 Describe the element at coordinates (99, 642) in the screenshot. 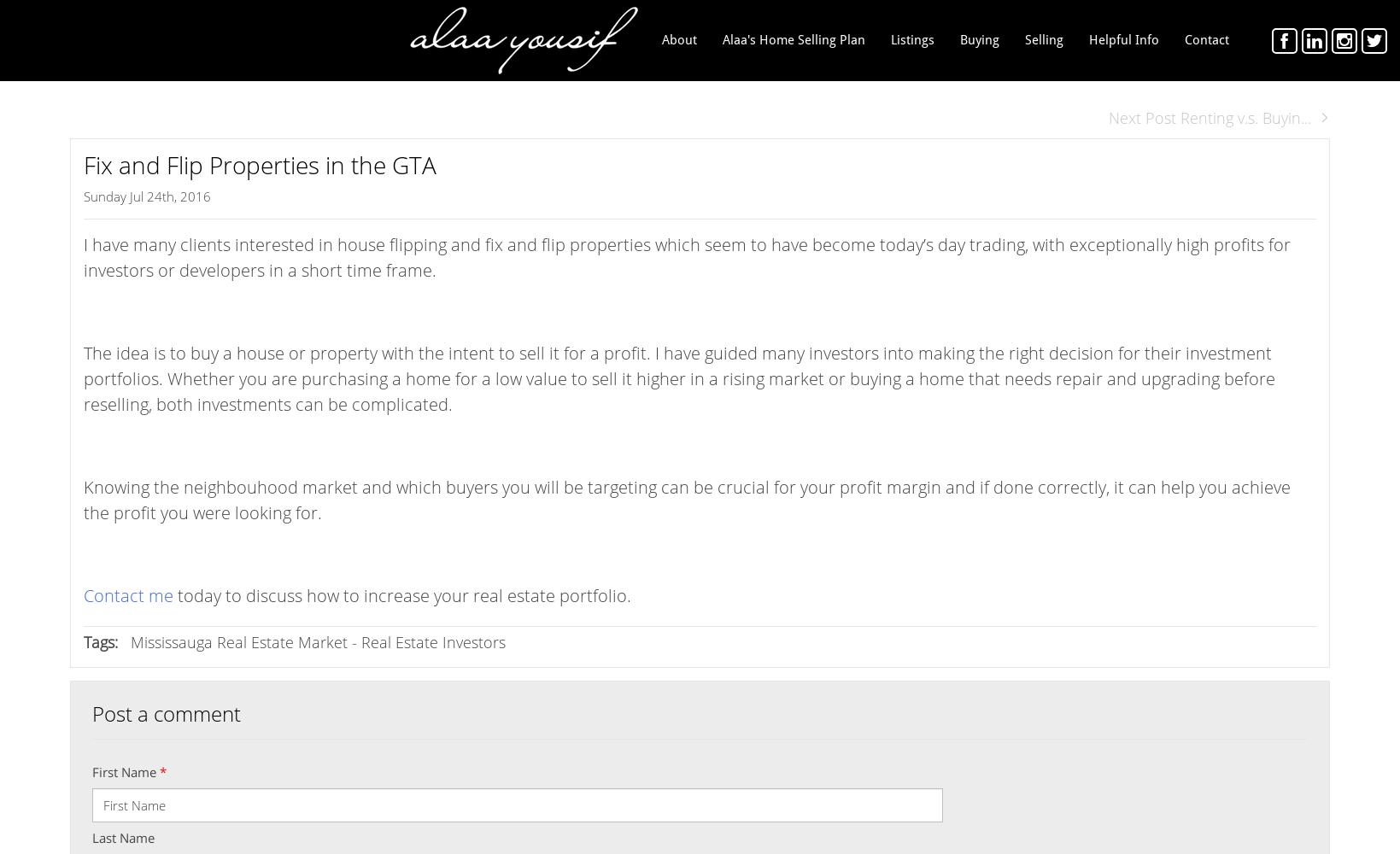

I see `'Tags:'` at that location.